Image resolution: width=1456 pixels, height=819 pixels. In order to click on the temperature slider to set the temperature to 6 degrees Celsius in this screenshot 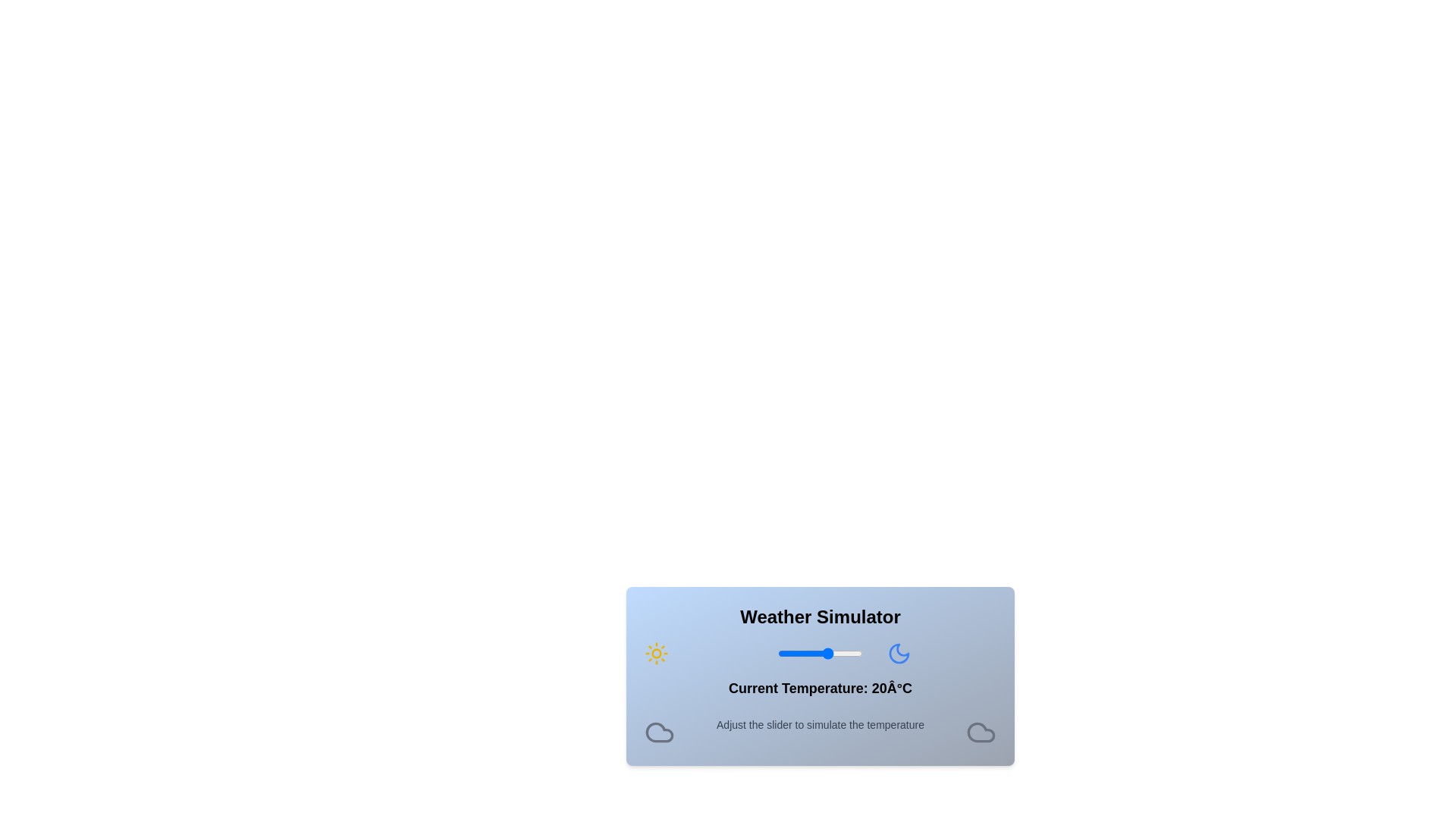, I will do `click(804, 652)`.